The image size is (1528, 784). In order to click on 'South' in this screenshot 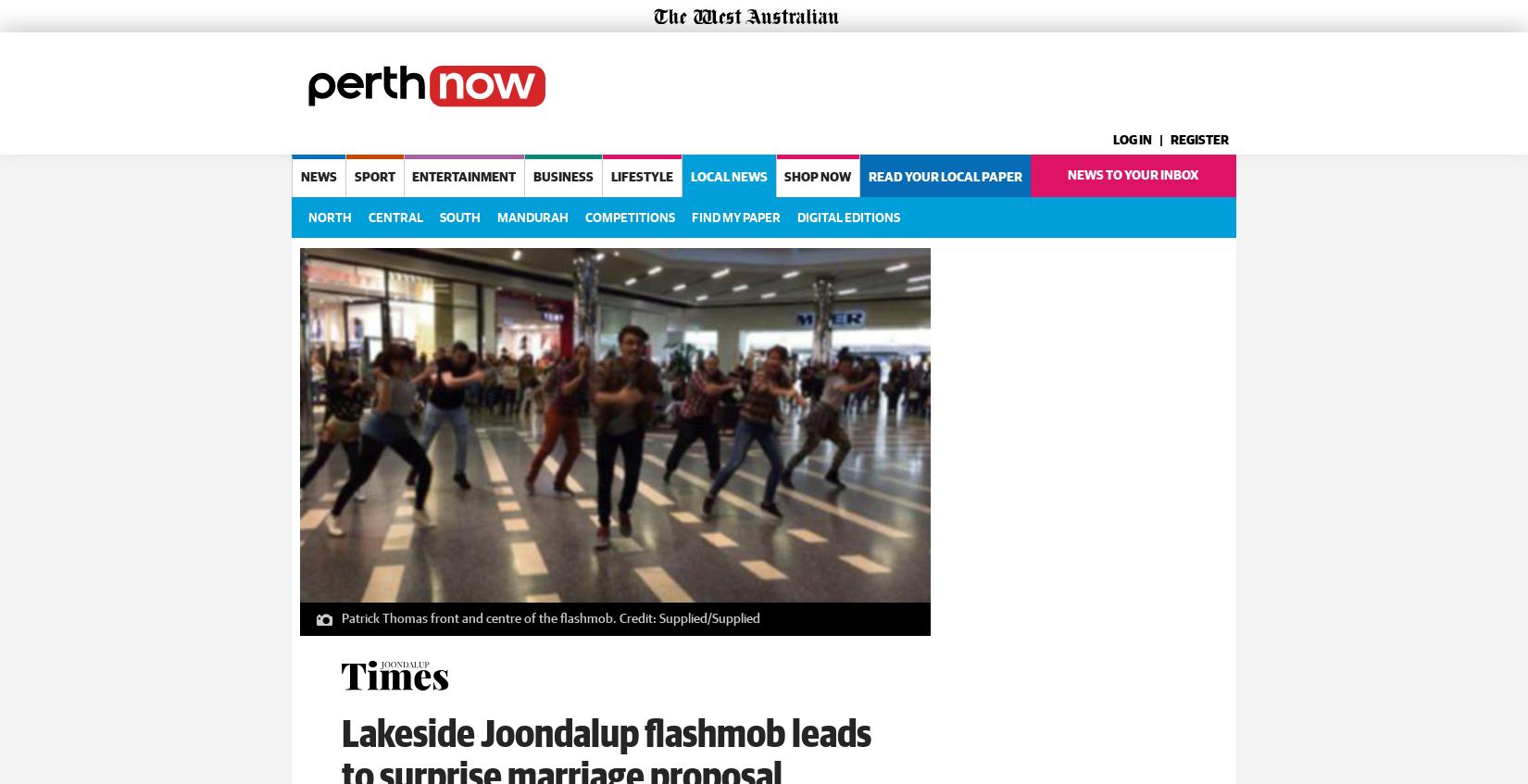, I will do `click(439, 217)`.